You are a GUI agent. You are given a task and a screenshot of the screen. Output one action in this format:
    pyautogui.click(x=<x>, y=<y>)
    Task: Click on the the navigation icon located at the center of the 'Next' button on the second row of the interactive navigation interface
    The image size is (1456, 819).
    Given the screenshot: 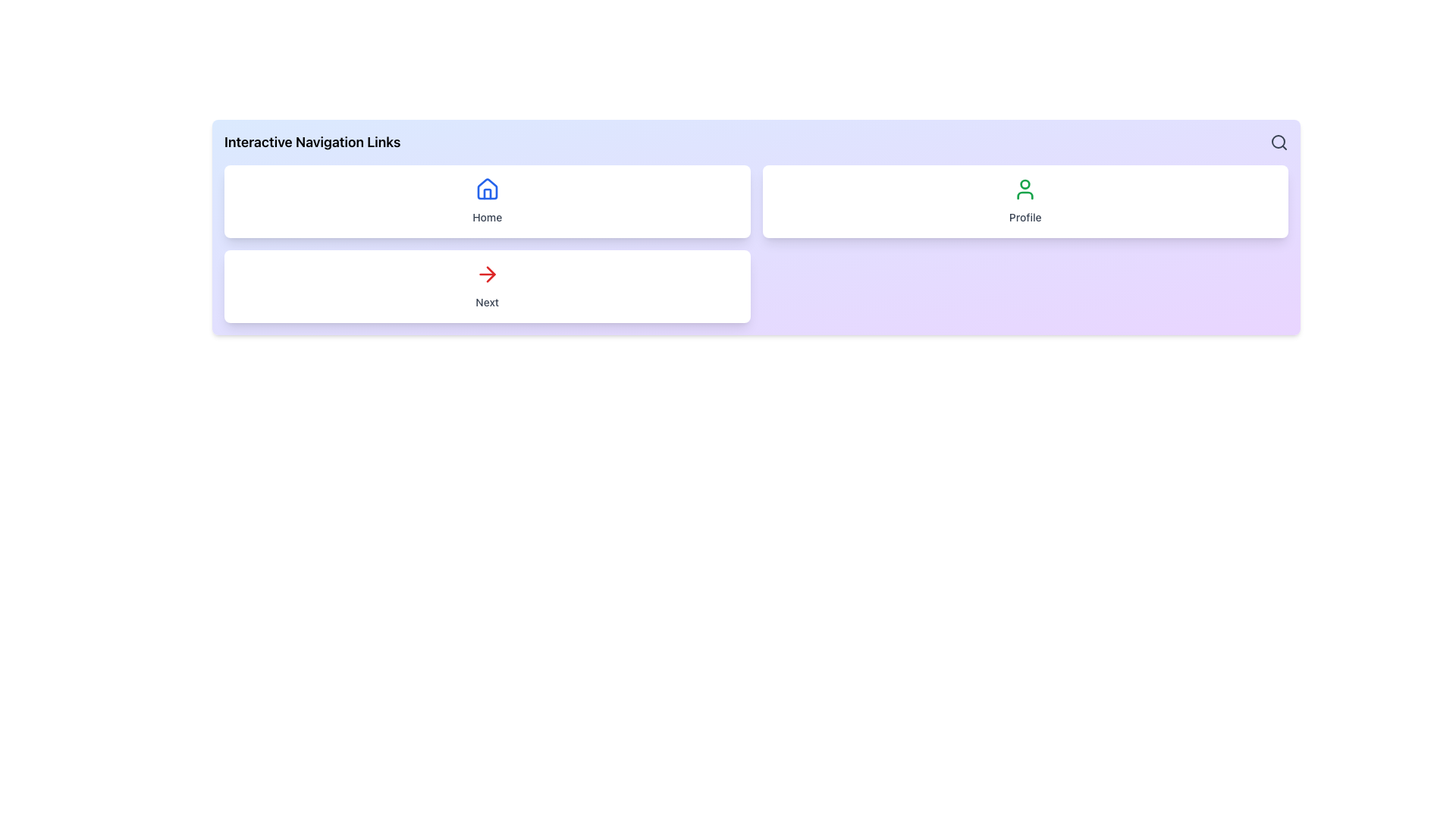 What is the action you would take?
    pyautogui.click(x=487, y=275)
    